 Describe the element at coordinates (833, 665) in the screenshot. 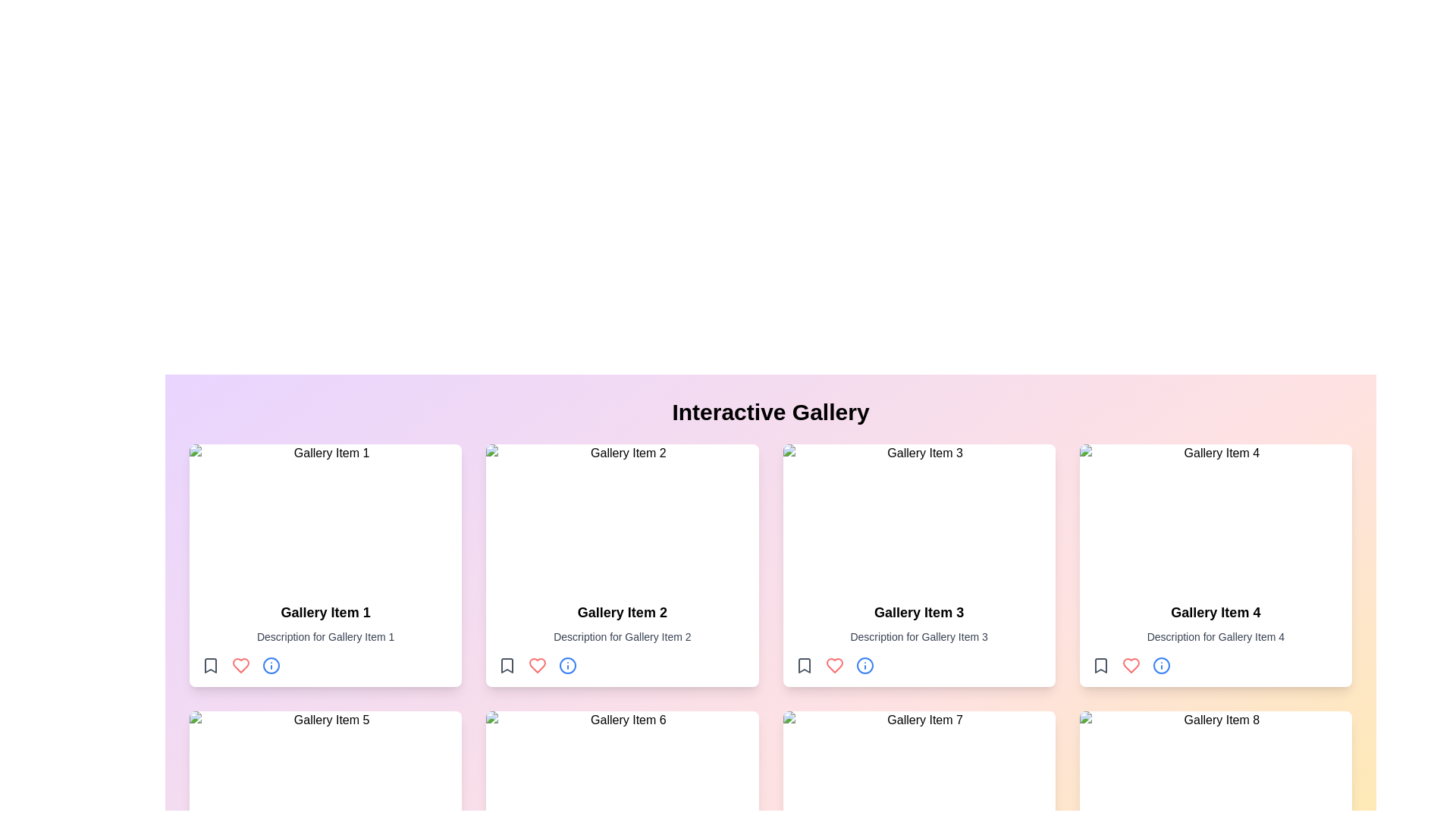

I see `the 'like' icon button located in the bottom section of the card labeled 'Gallery Item 3' to mark the item as liked` at that location.